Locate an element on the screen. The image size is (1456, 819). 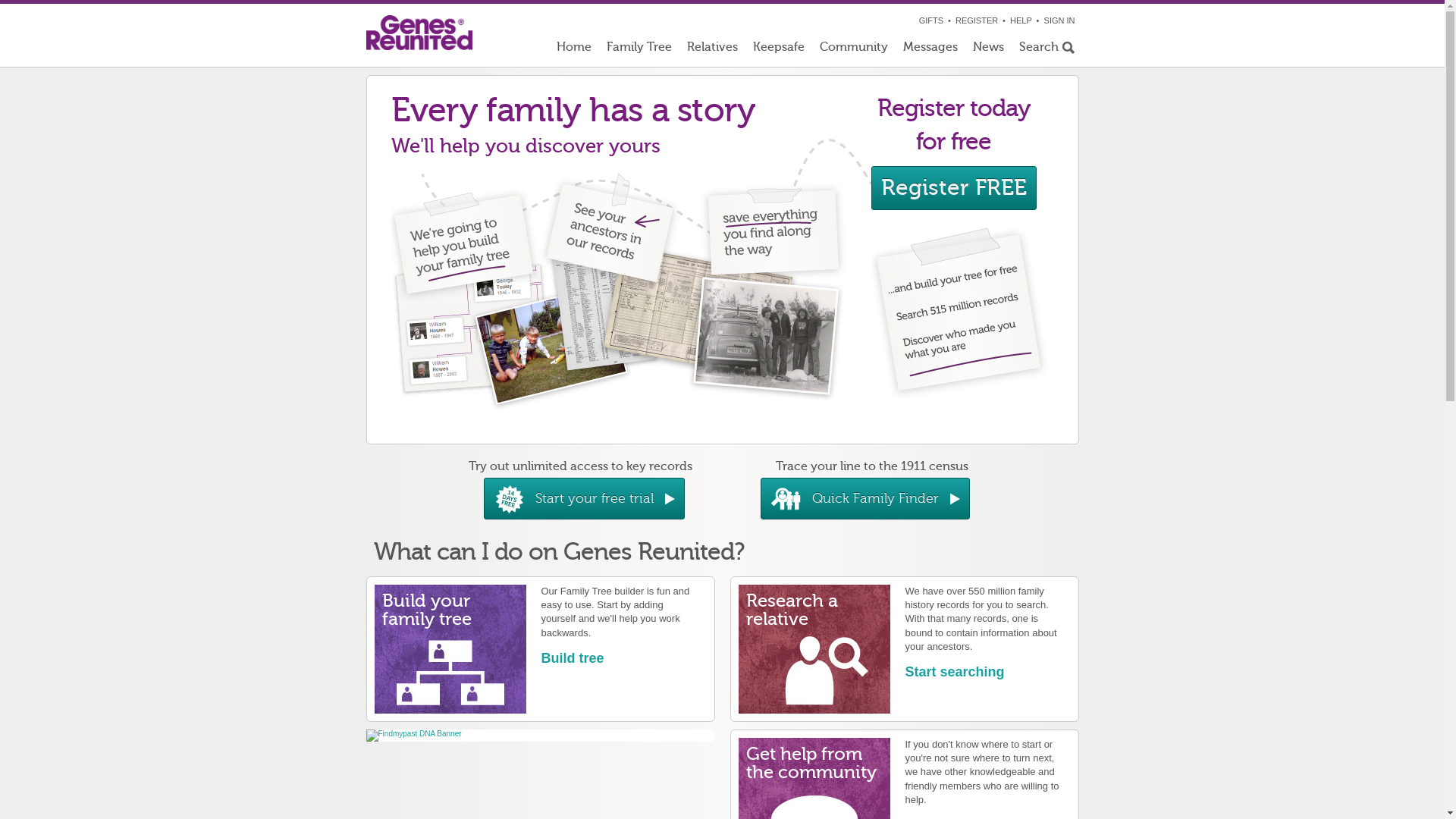
'News' is located at coordinates (987, 49).